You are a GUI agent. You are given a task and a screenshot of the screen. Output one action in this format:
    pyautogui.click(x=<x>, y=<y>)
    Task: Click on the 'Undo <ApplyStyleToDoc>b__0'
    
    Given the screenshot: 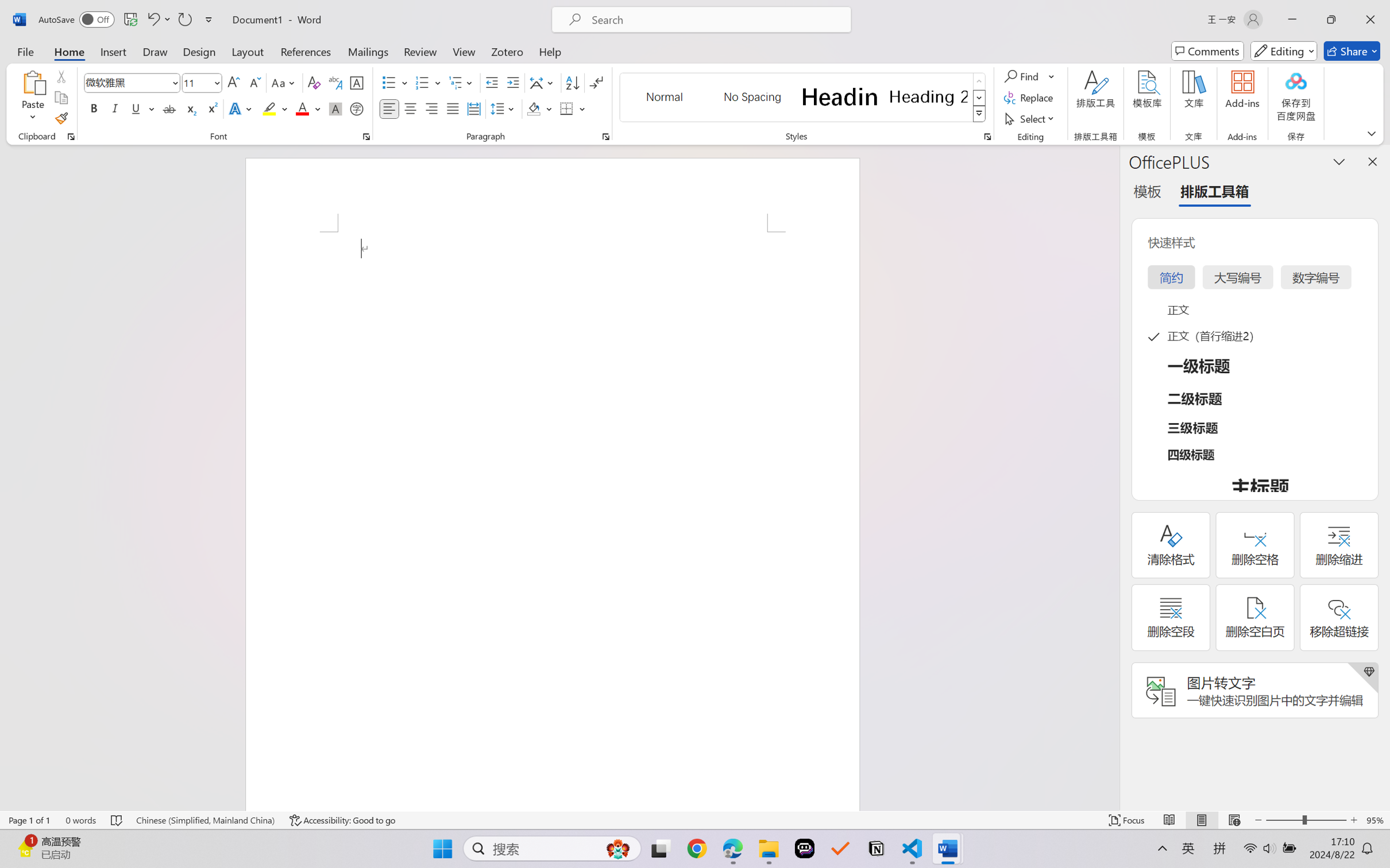 What is the action you would take?
    pyautogui.click(x=152, y=19)
    